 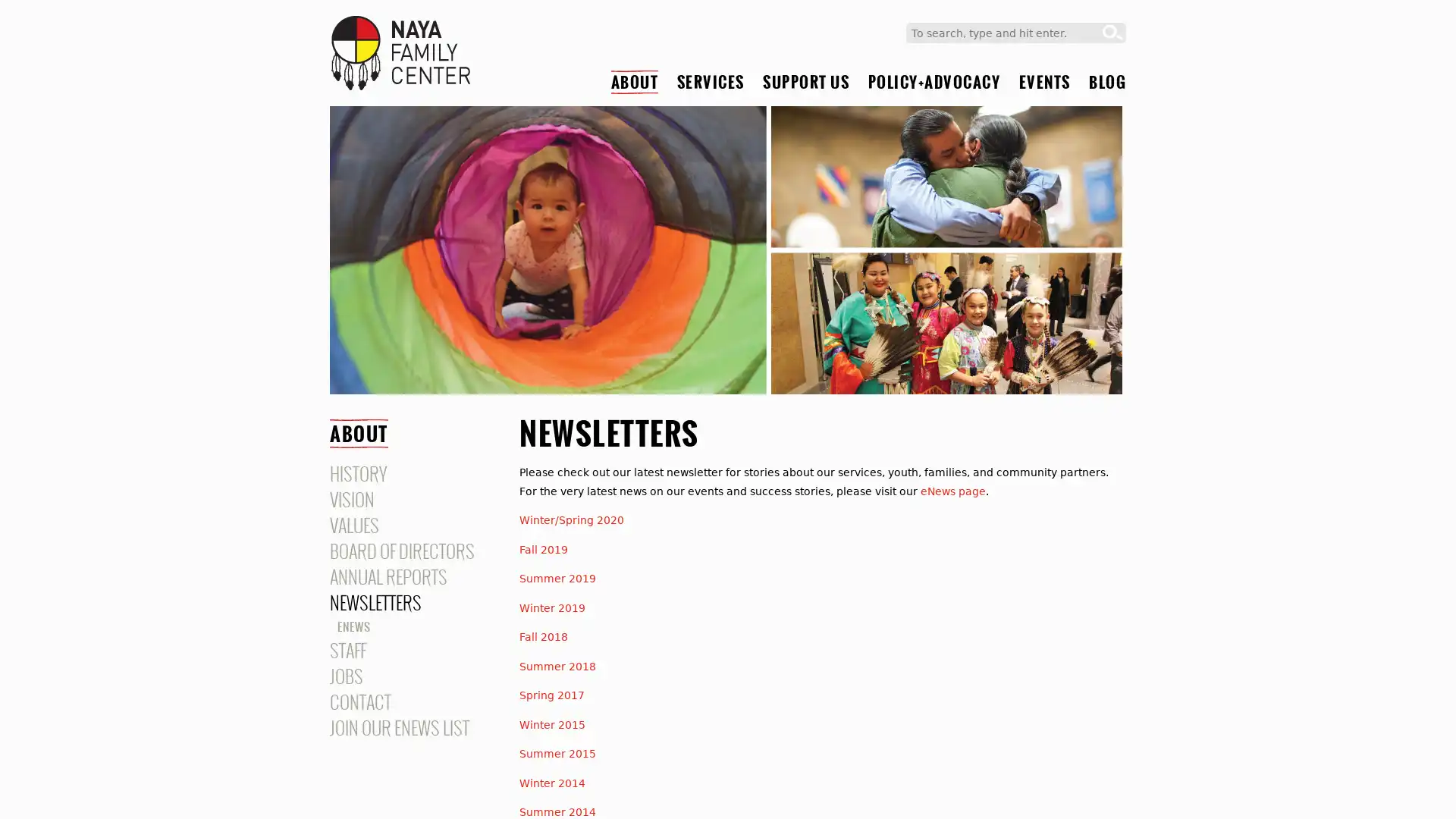 What do you see at coordinates (1112, 33) in the screenshot?
I see `Search` at bounding box center [1112, 33].